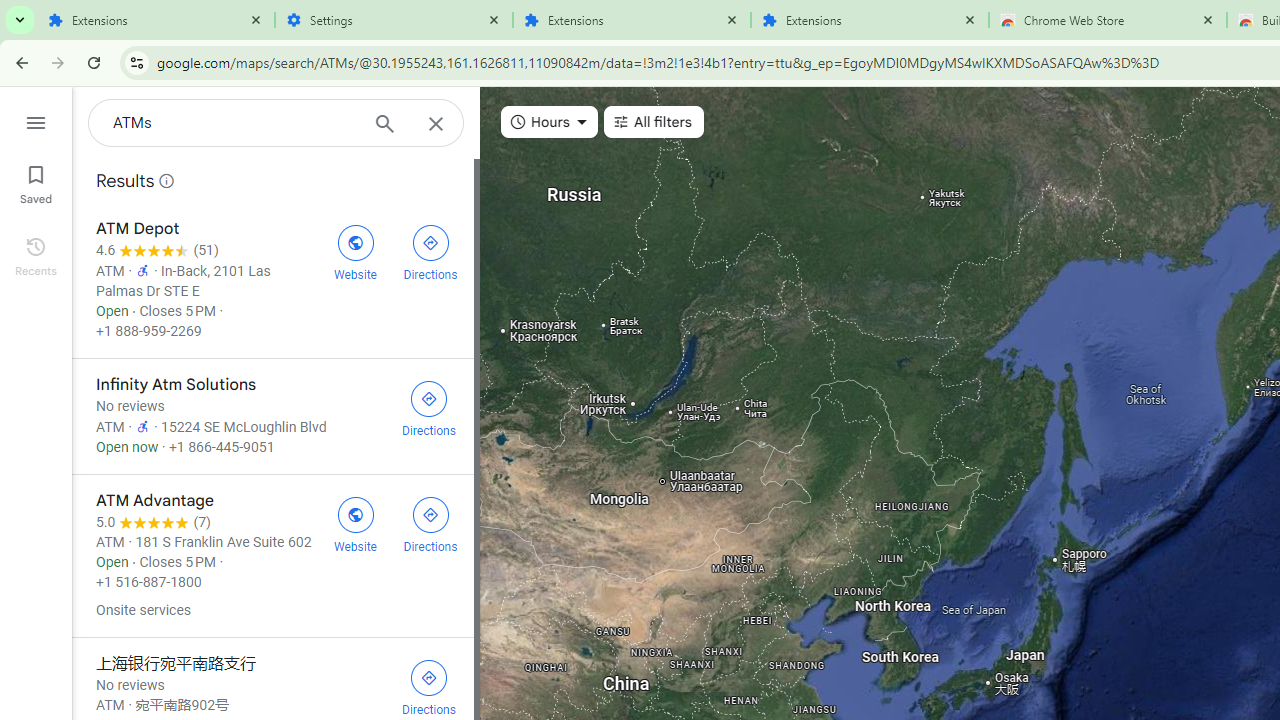 The height and width of the screenshot is (720, 1280). Describe the element at coordinates (653, 122) in the screenshot. I see `'All filters'` at that location.